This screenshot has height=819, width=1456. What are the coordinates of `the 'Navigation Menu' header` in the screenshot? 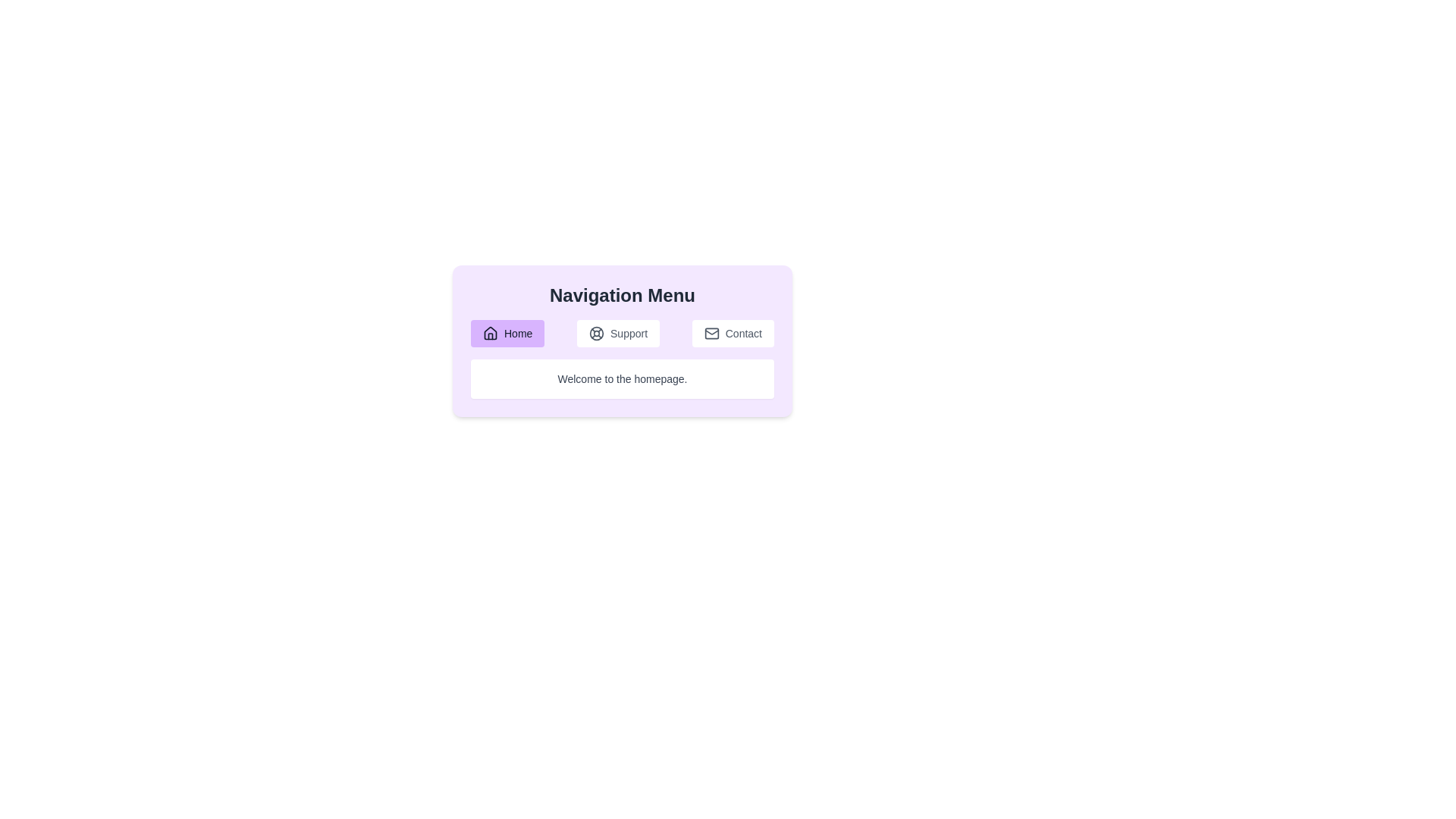 It's located at (622, 295).